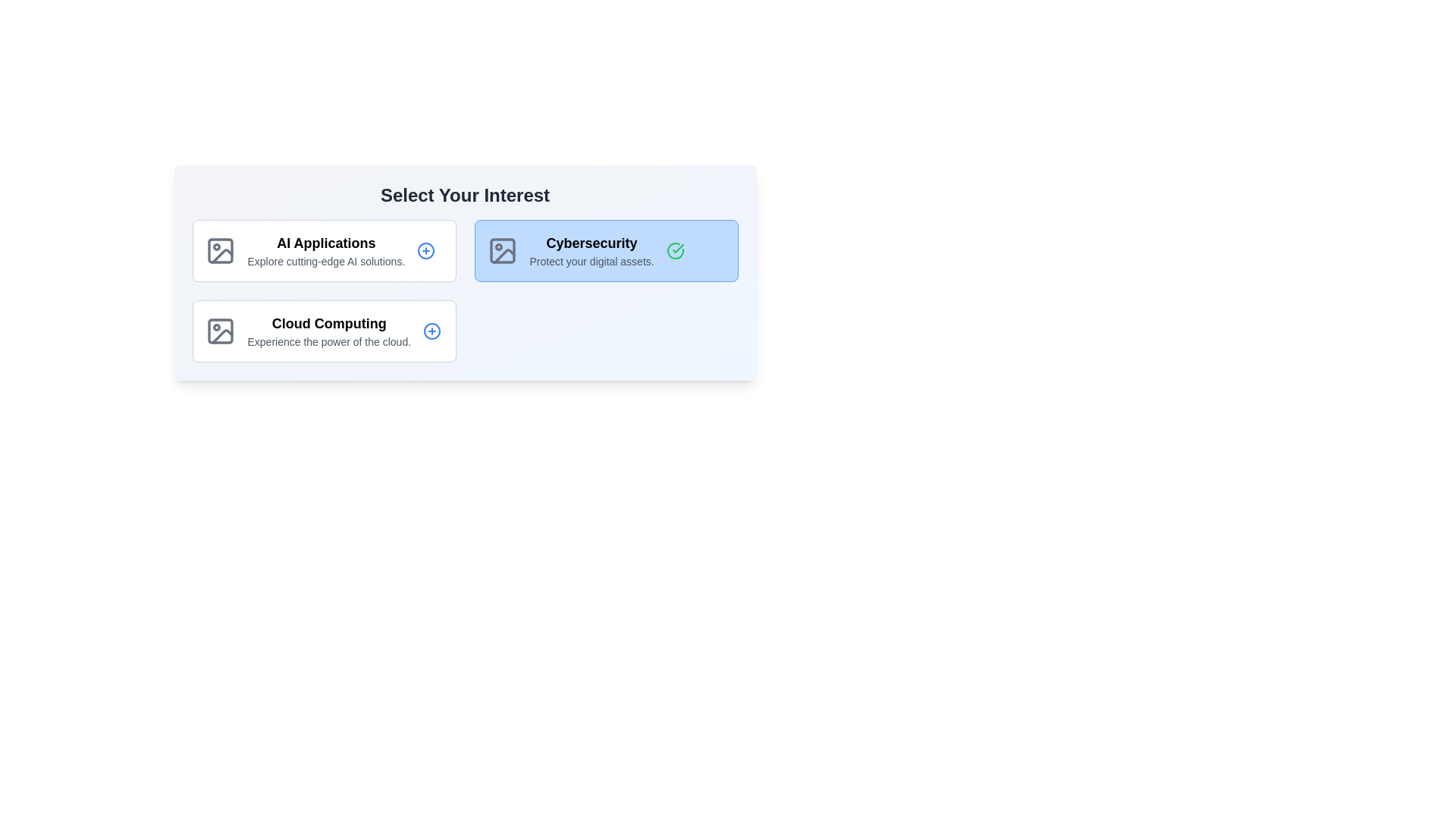  What do you see at coordinates (502, 250) in the screenshot?
I see `the icon of the card labeled 'Cybersecurity' to interact with it` at bounding box center [502, 250].